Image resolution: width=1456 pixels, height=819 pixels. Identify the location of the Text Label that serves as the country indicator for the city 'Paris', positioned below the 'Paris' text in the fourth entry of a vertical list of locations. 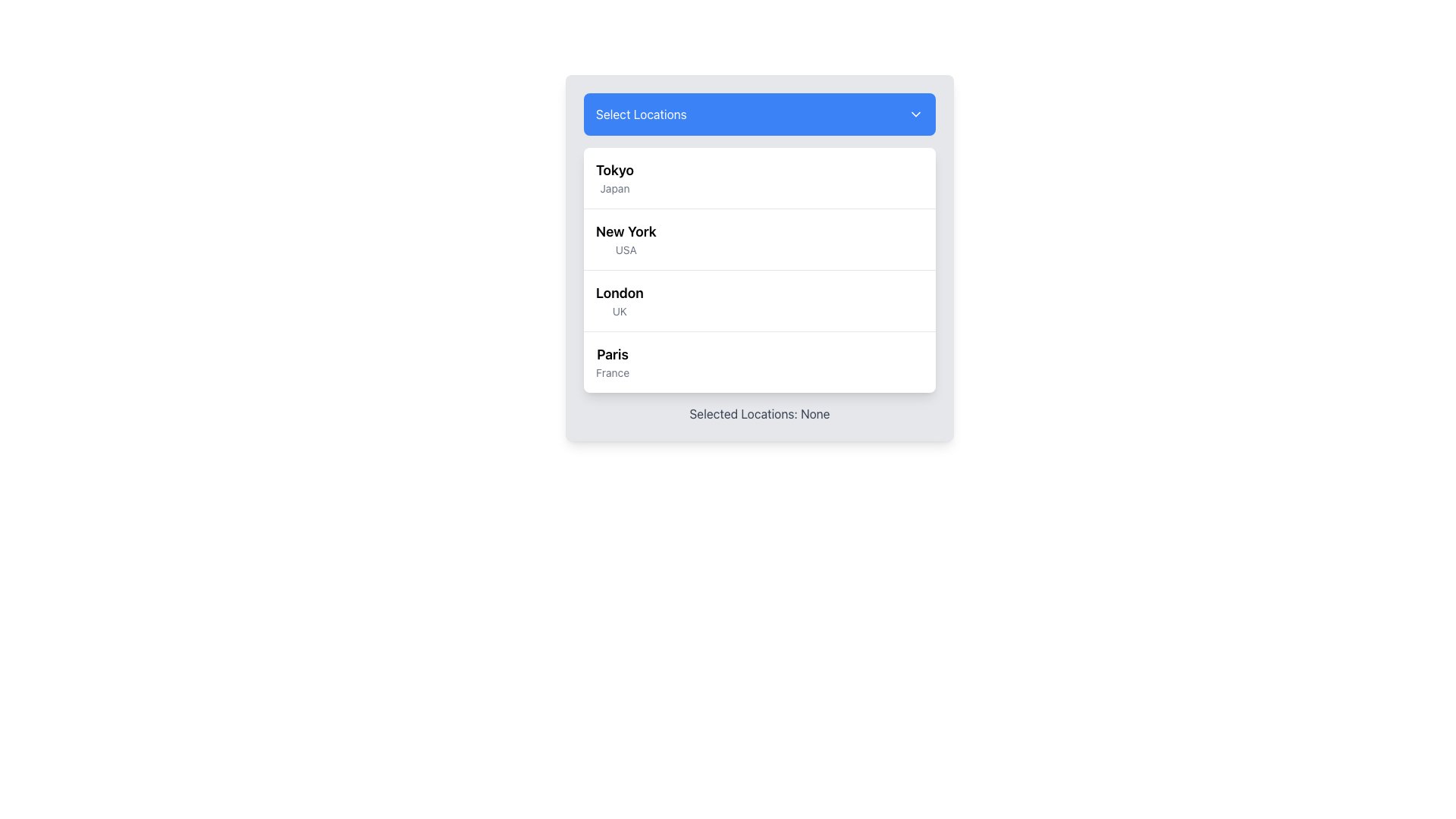
(613, 373).